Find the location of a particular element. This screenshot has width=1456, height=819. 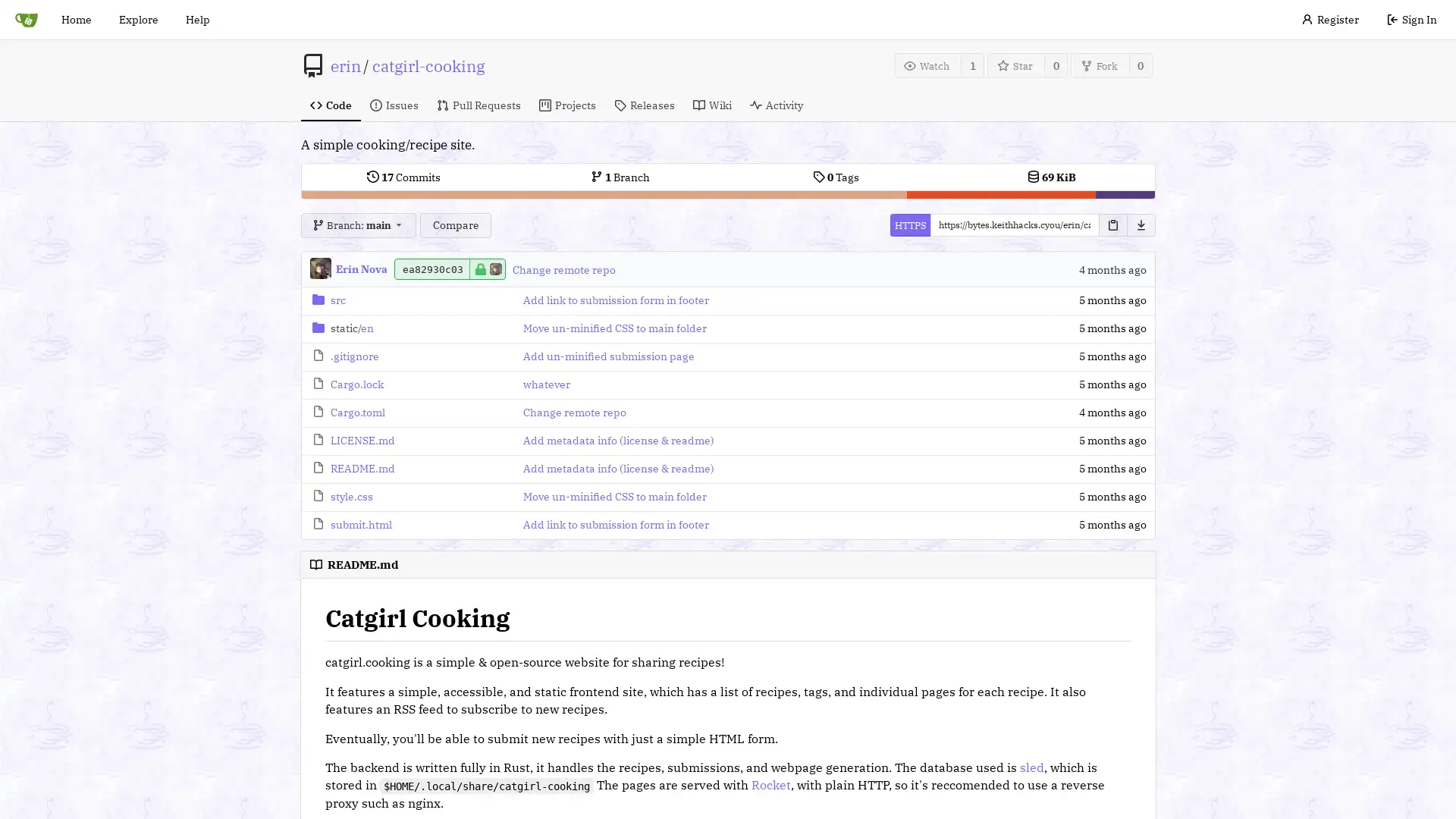

Compare is located at coordinates (454, 225).